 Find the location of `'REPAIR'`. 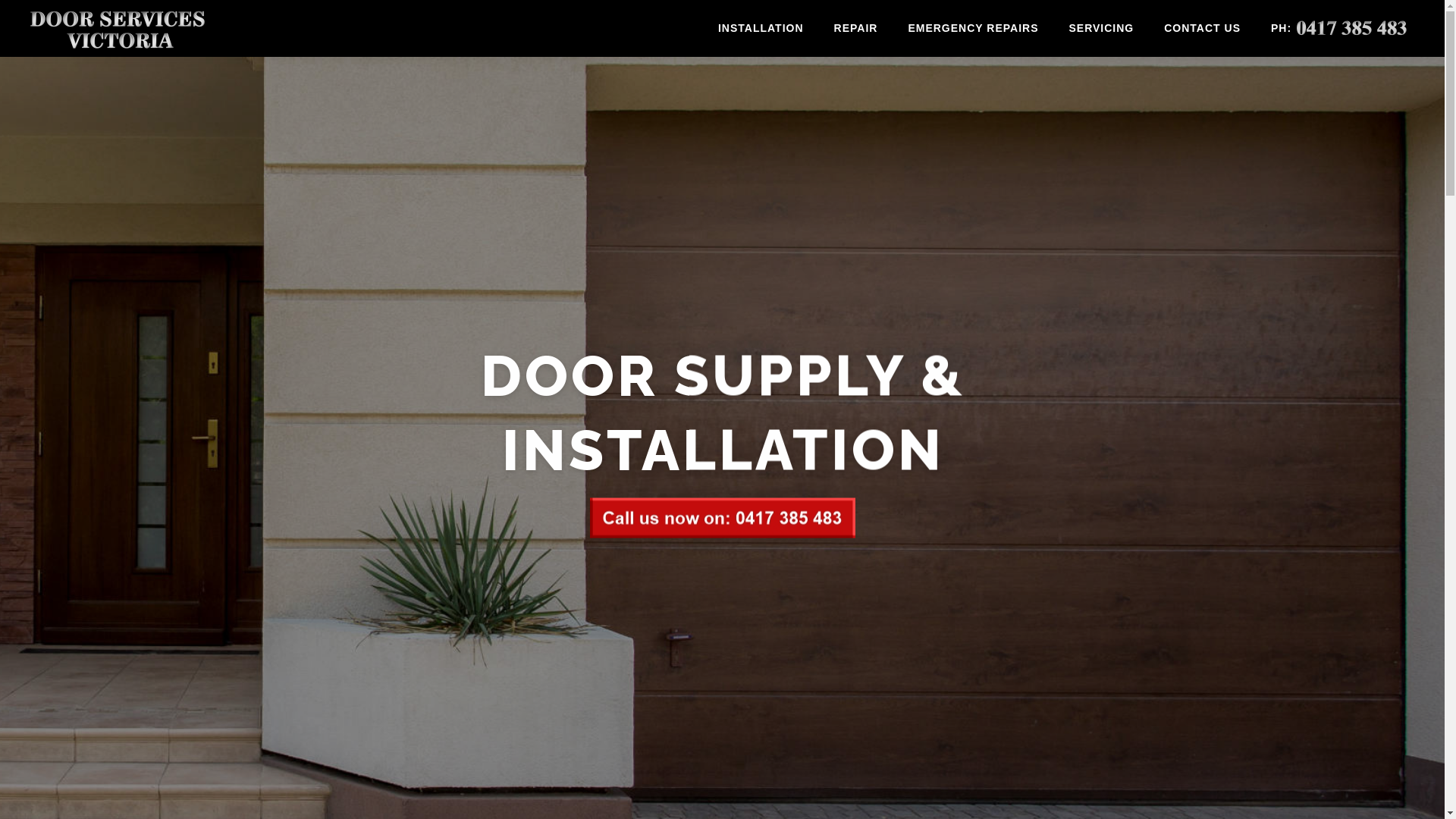

'REPAIR' is located at coordinates (855, 28).